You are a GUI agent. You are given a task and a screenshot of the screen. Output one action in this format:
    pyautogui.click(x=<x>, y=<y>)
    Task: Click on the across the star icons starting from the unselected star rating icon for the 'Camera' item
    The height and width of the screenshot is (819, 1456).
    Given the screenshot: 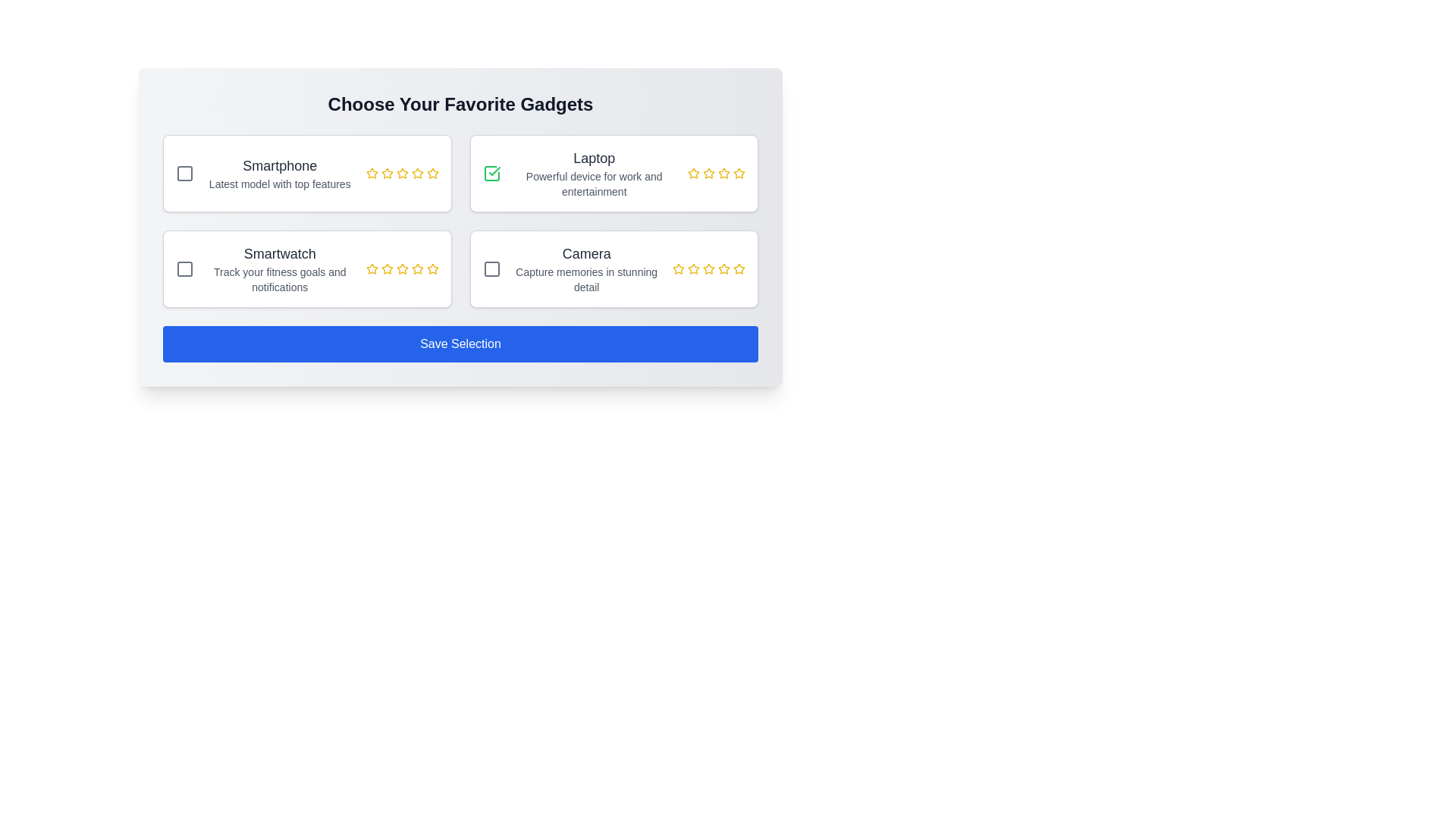 What is the action you would take?
    pyautogui.click(x=677, y=268)
    